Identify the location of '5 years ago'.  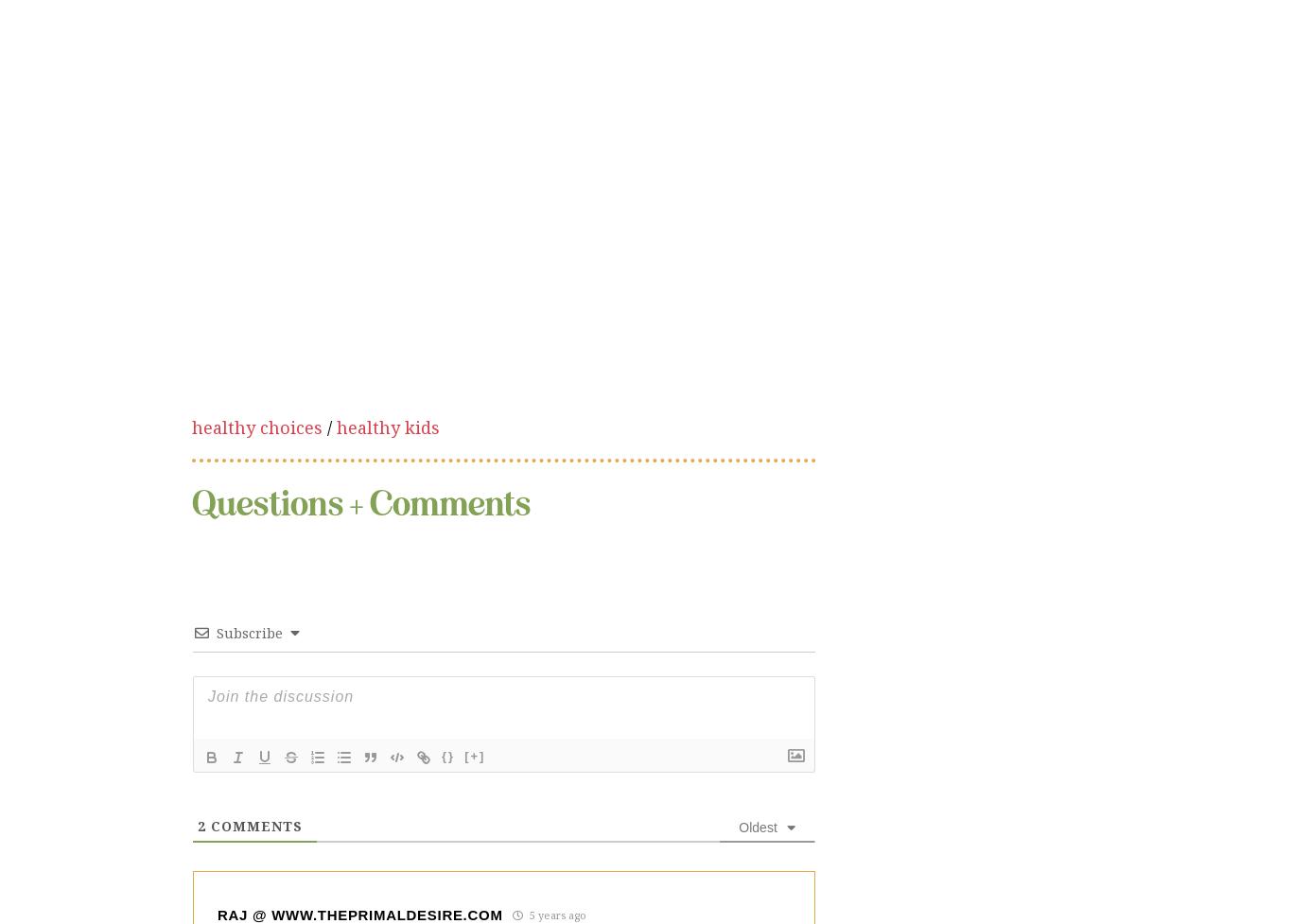
(554, 758).